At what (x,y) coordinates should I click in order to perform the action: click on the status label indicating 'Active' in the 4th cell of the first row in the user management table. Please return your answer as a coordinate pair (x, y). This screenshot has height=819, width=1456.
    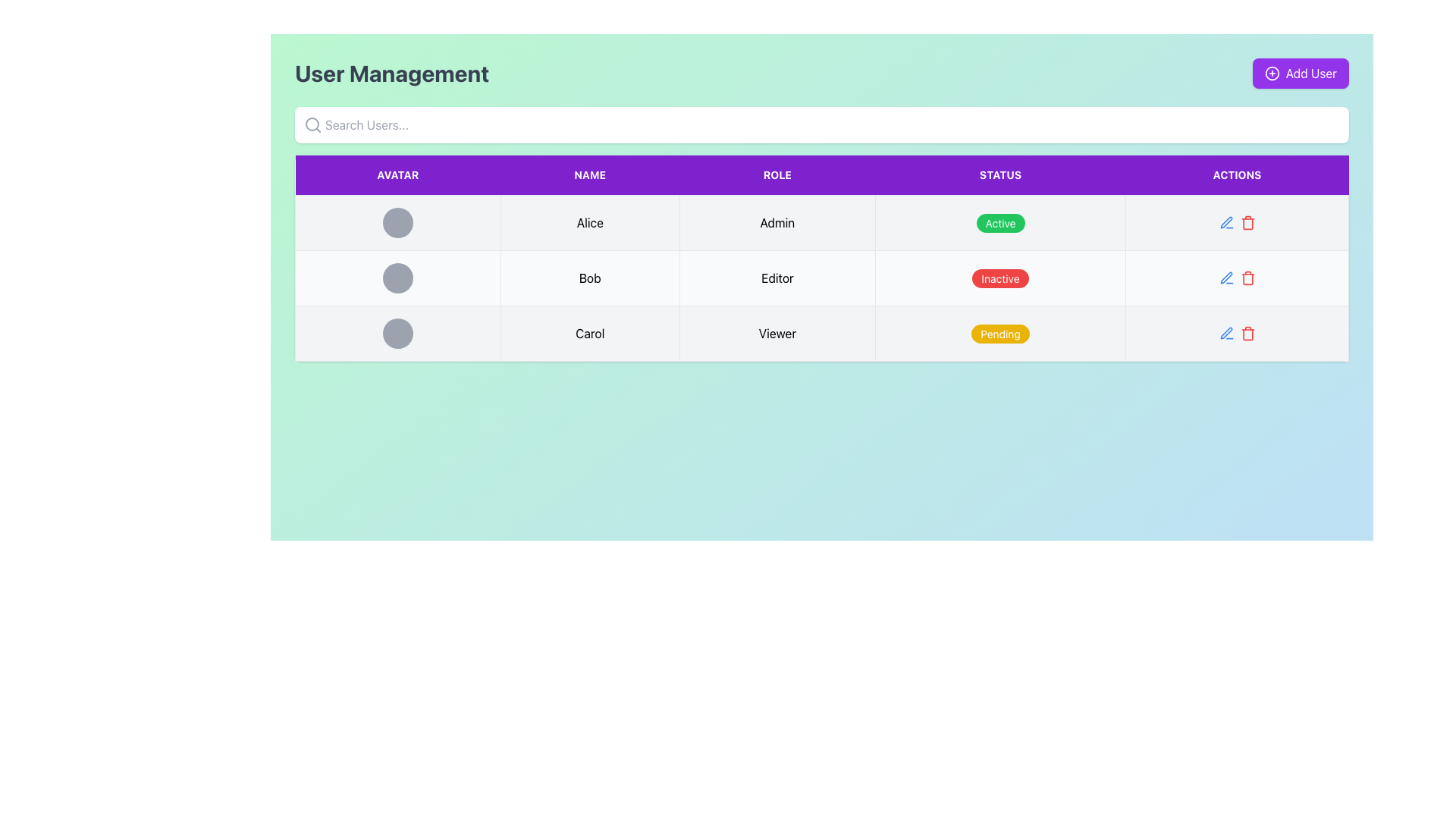
    Looking at the image, I should click on (1000, 222).